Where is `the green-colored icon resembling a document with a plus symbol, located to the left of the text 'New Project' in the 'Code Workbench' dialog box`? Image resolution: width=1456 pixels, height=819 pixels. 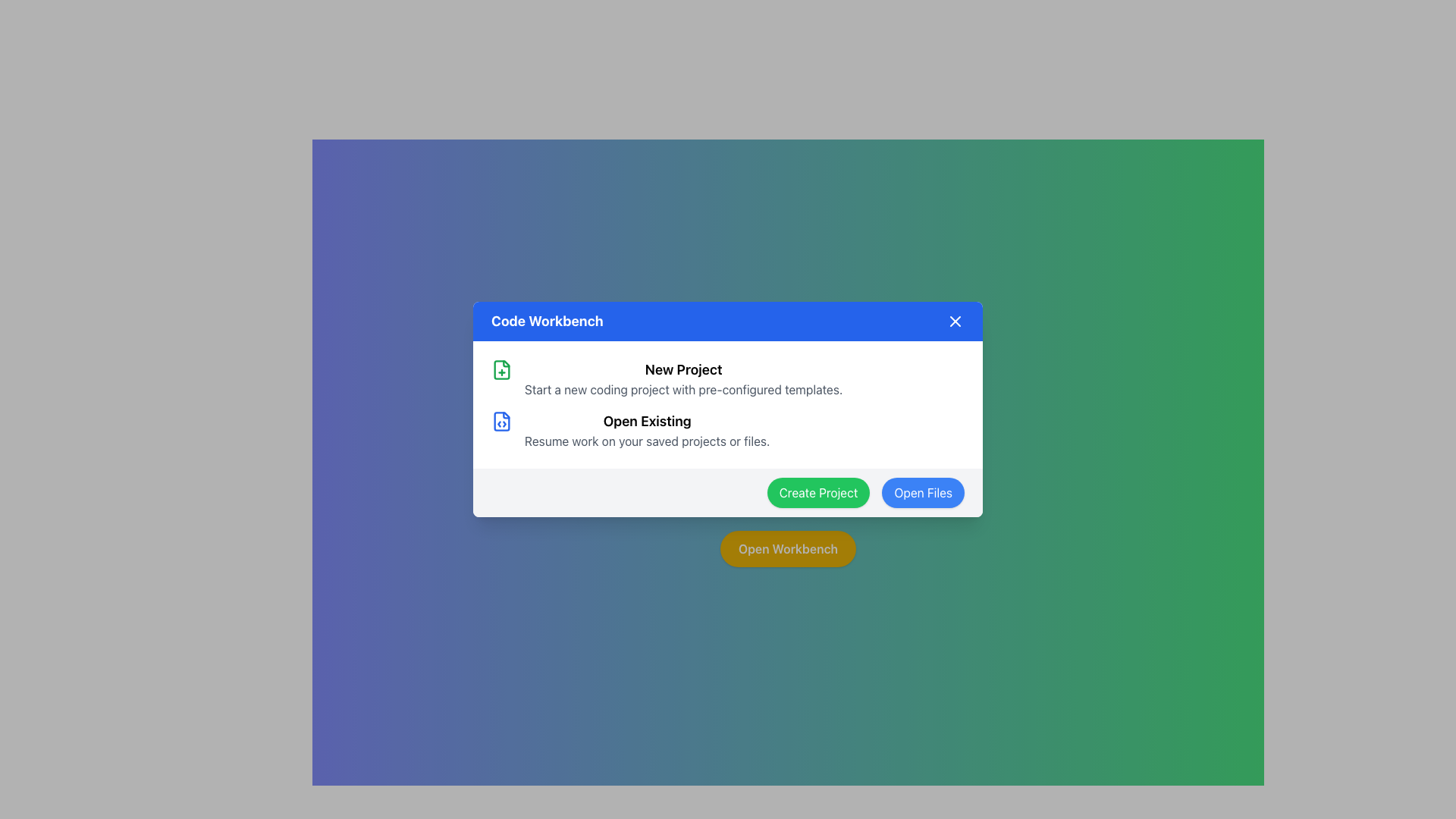
the green-colored icon resembling a document with a plus symbol, located to the left of the text 'New Project' in the 'Code Workbench' dialog box is located at coordinates (502, 370).